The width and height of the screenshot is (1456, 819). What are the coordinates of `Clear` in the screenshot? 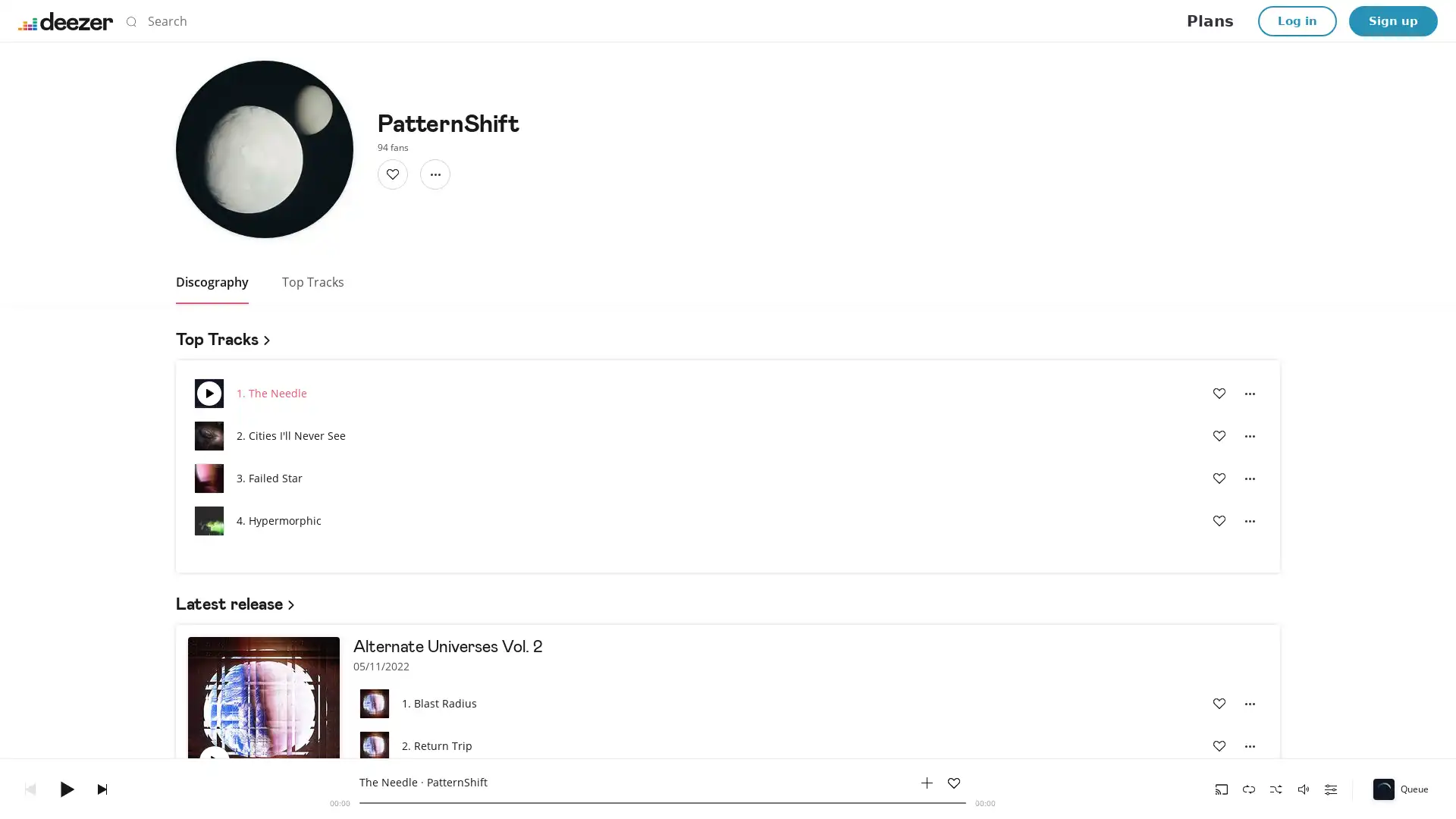 It's located at (967, 20).